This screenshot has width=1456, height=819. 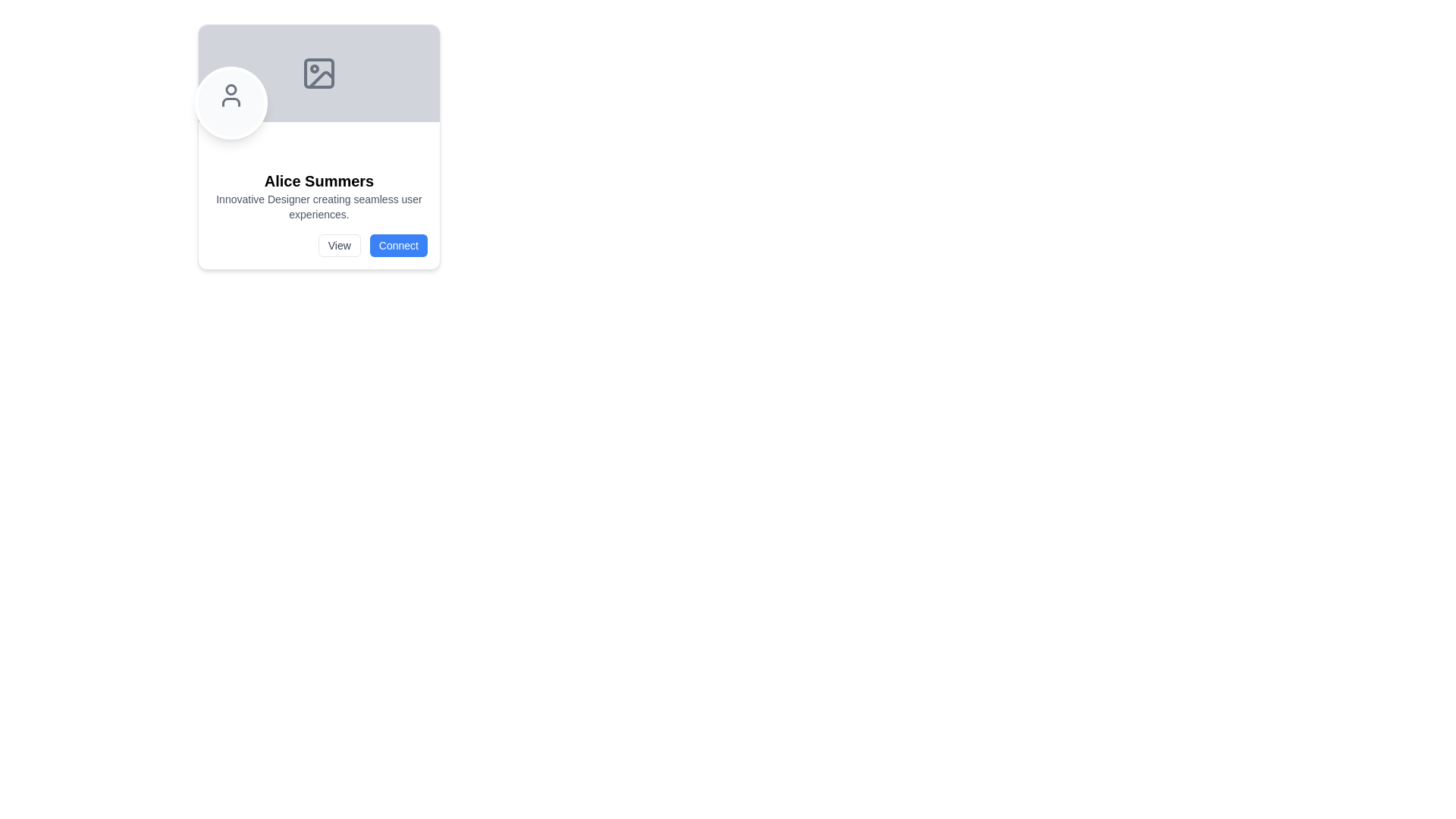 What do you see at coordinates (318, 180) in the screenshot?
I see `the text label displaying 'Alice Summers', which is bold and large, located at the top of the user profile card` at bounding box center [318, 180].